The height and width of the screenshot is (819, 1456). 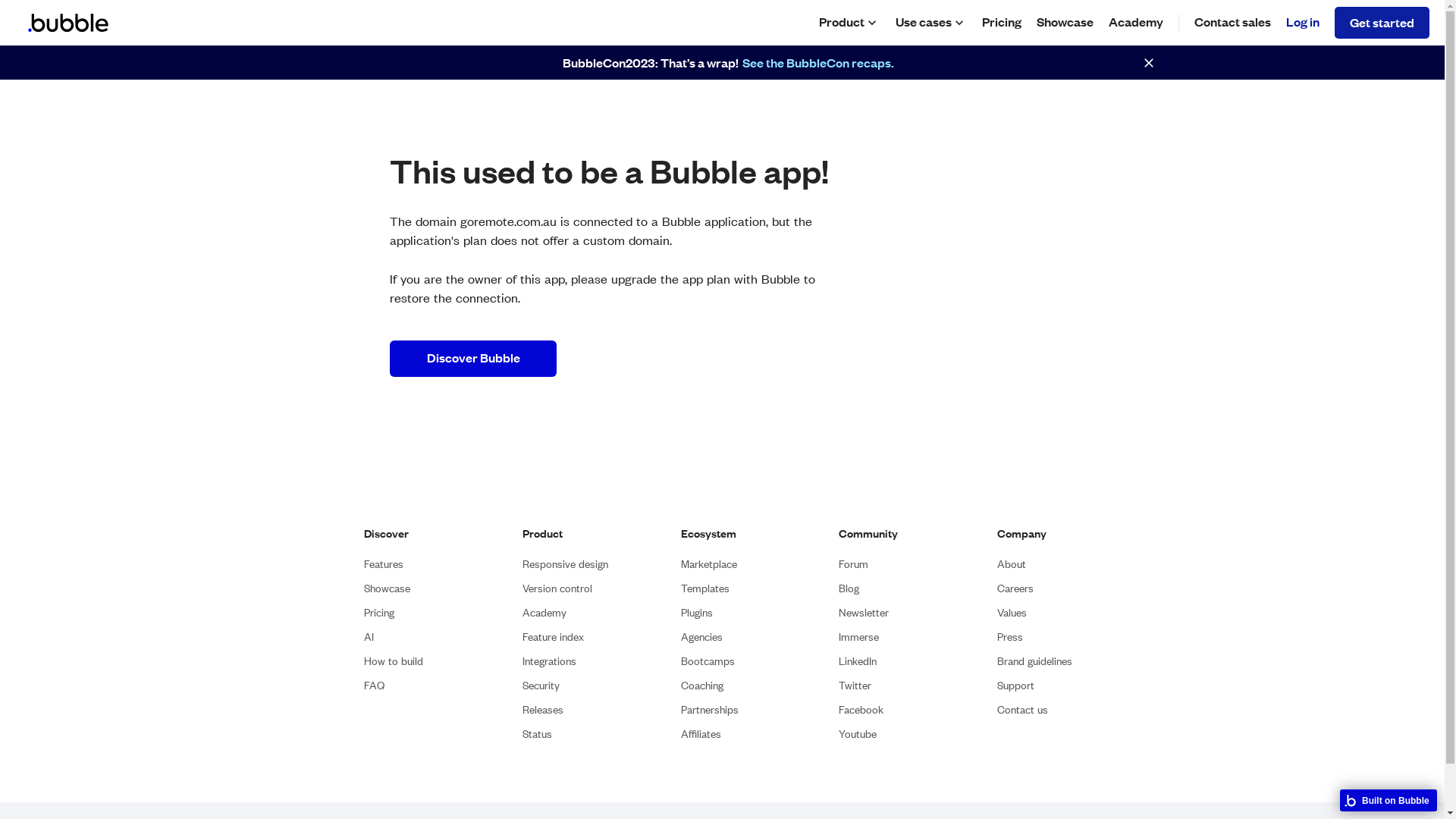 What do you see at coordinates (1382, 23) in the screenshot?
I see `'Get started'` at bounding box center [1382, 23].